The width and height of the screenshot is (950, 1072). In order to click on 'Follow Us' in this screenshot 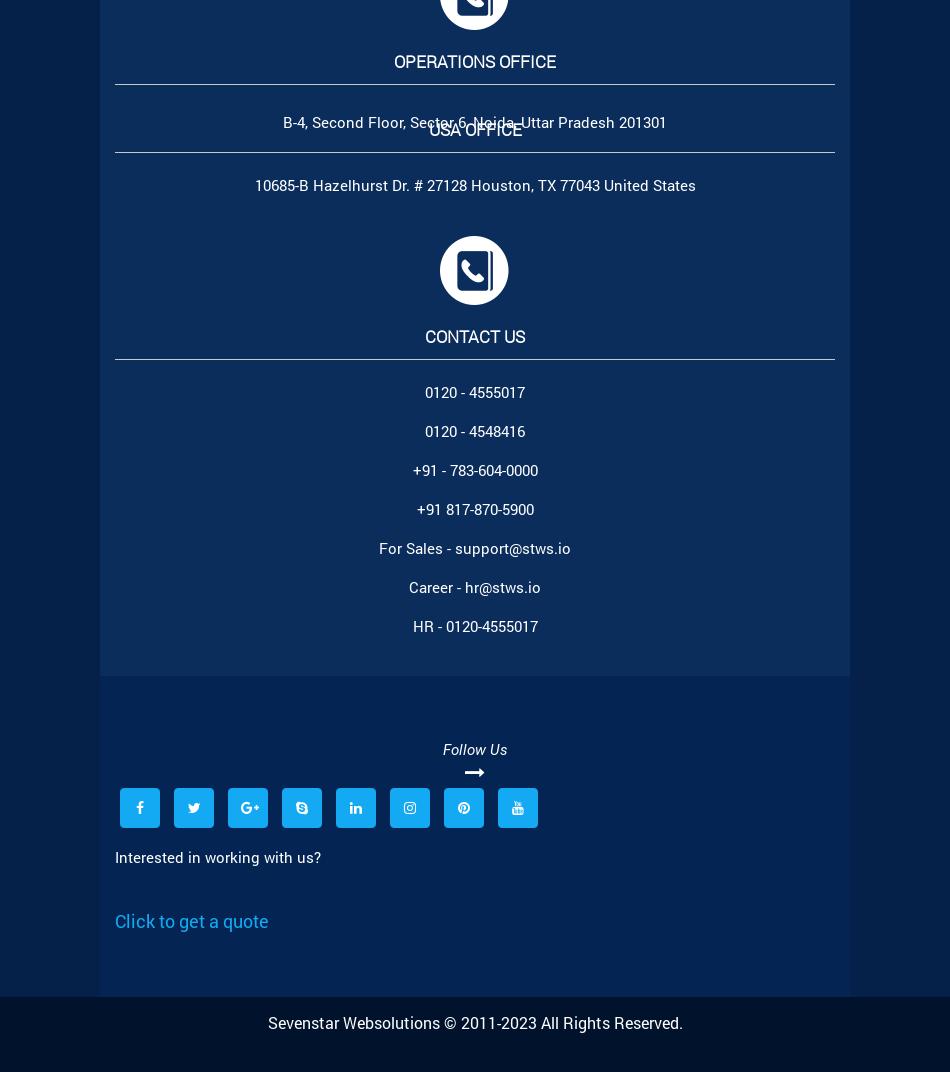, I will do `click(473, 749)`.